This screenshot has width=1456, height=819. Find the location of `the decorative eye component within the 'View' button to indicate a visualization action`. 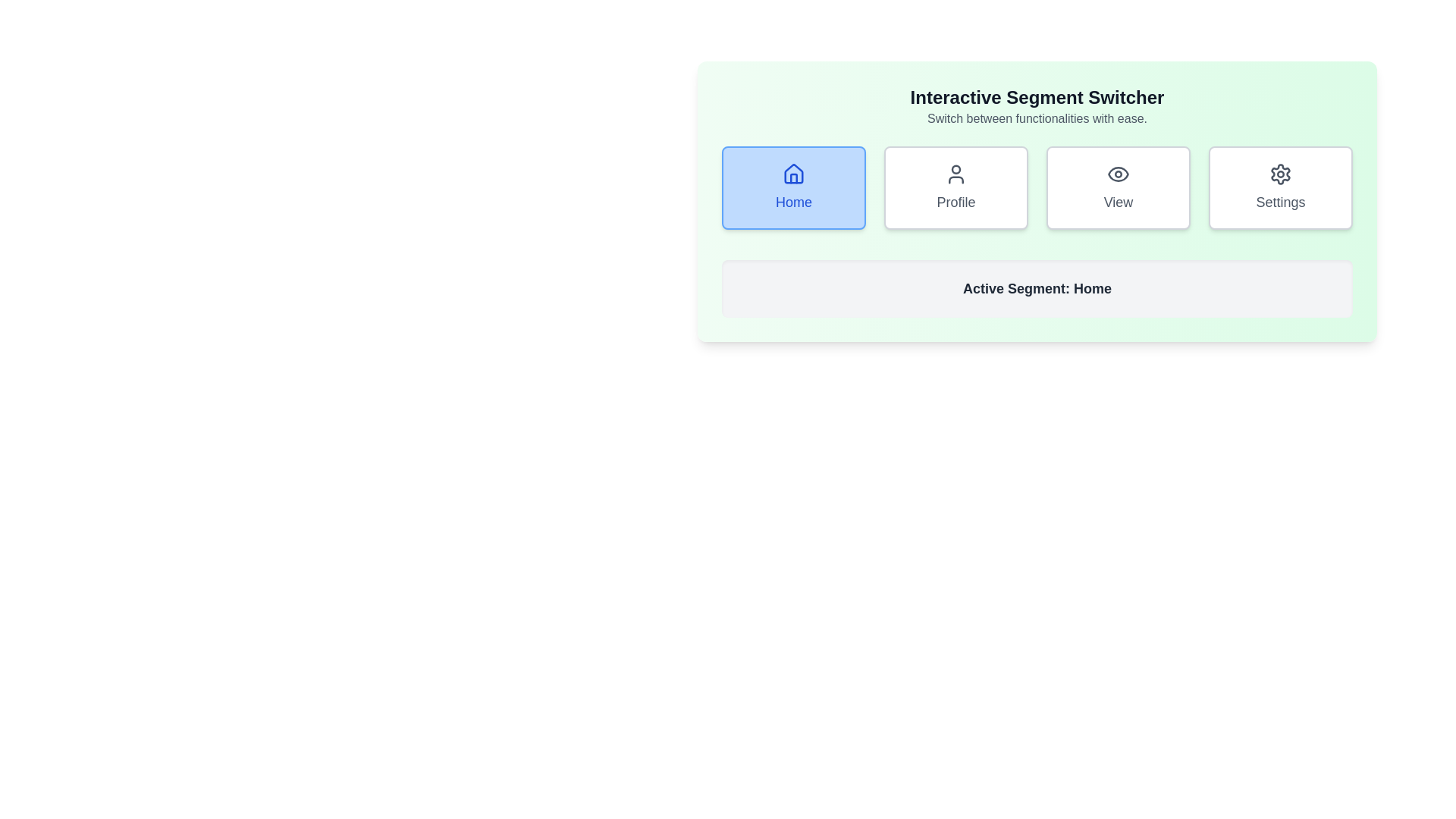

the decorative eye component within the 'View' button to indicate a visualization action is located at coordinates (1118, 172).